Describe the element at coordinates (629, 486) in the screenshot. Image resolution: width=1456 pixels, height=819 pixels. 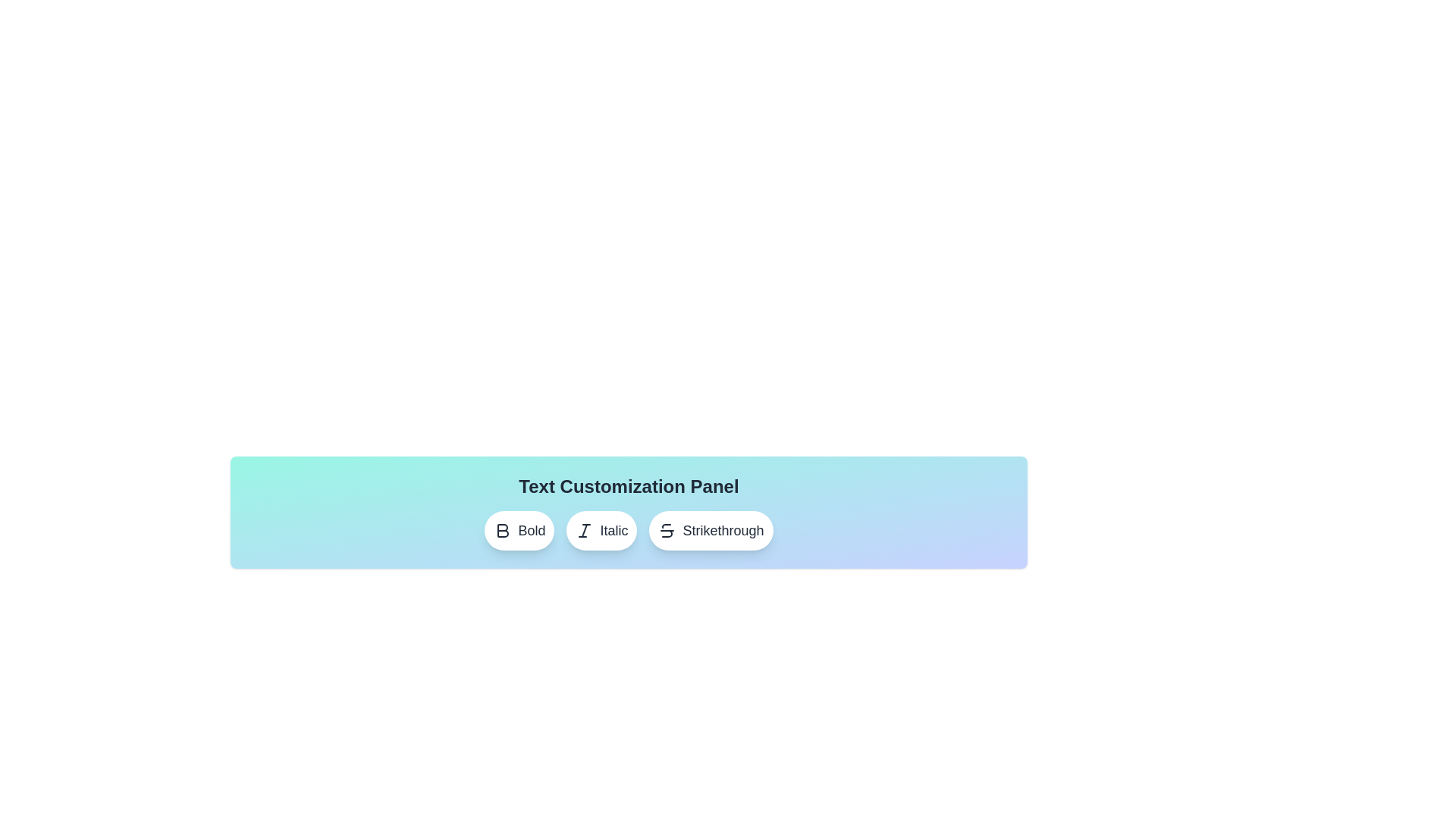
I see `the 'Text Customization Panel' header, which is a bold and large text element centrally positioned in a gradient banner, located at the top of a panel containing formatting buttons` at that location.